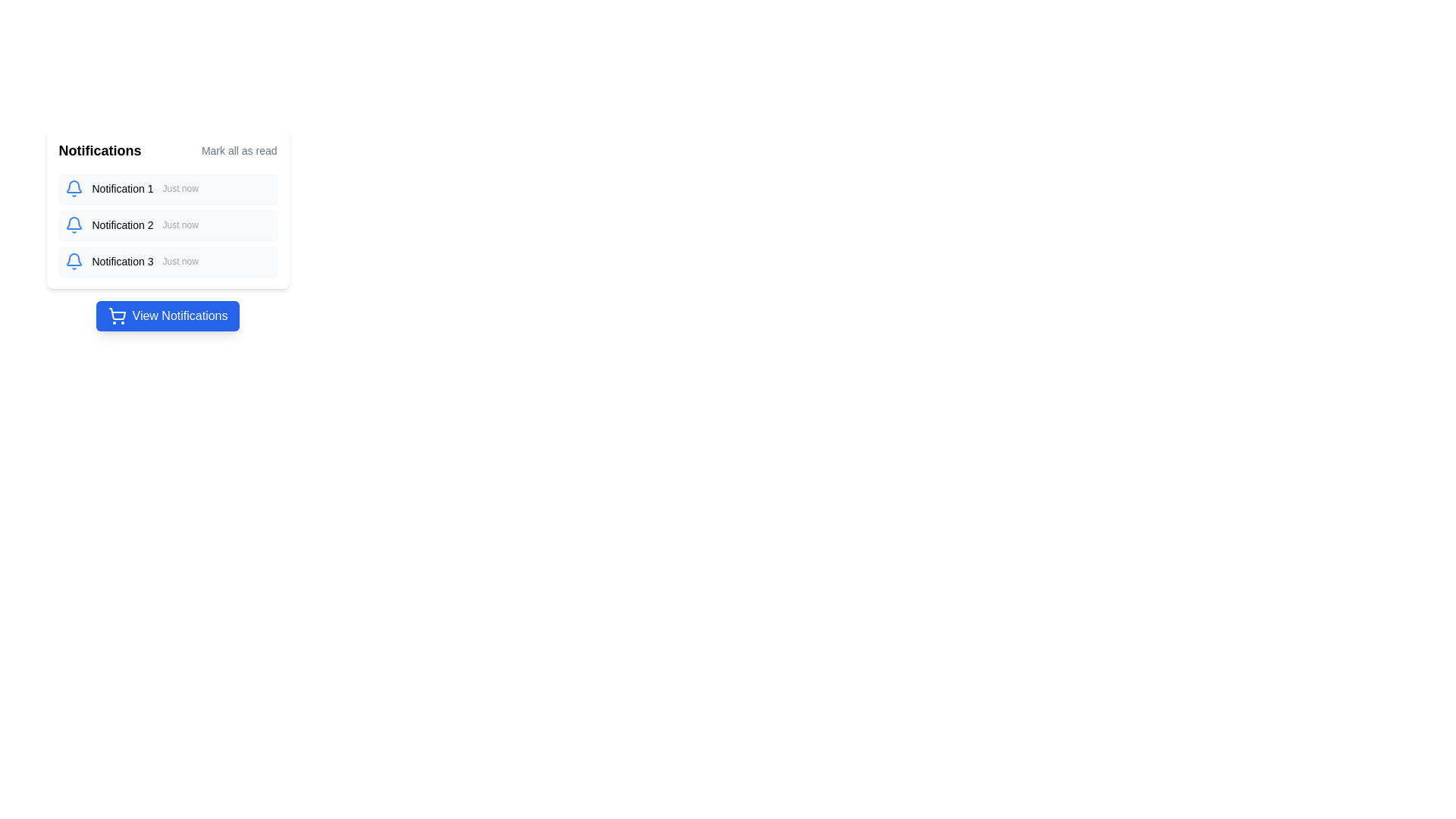  What do you see at coordinates (168, 225) in the screenshot?
I see `the second notification item` at bounding box center [168, 225].